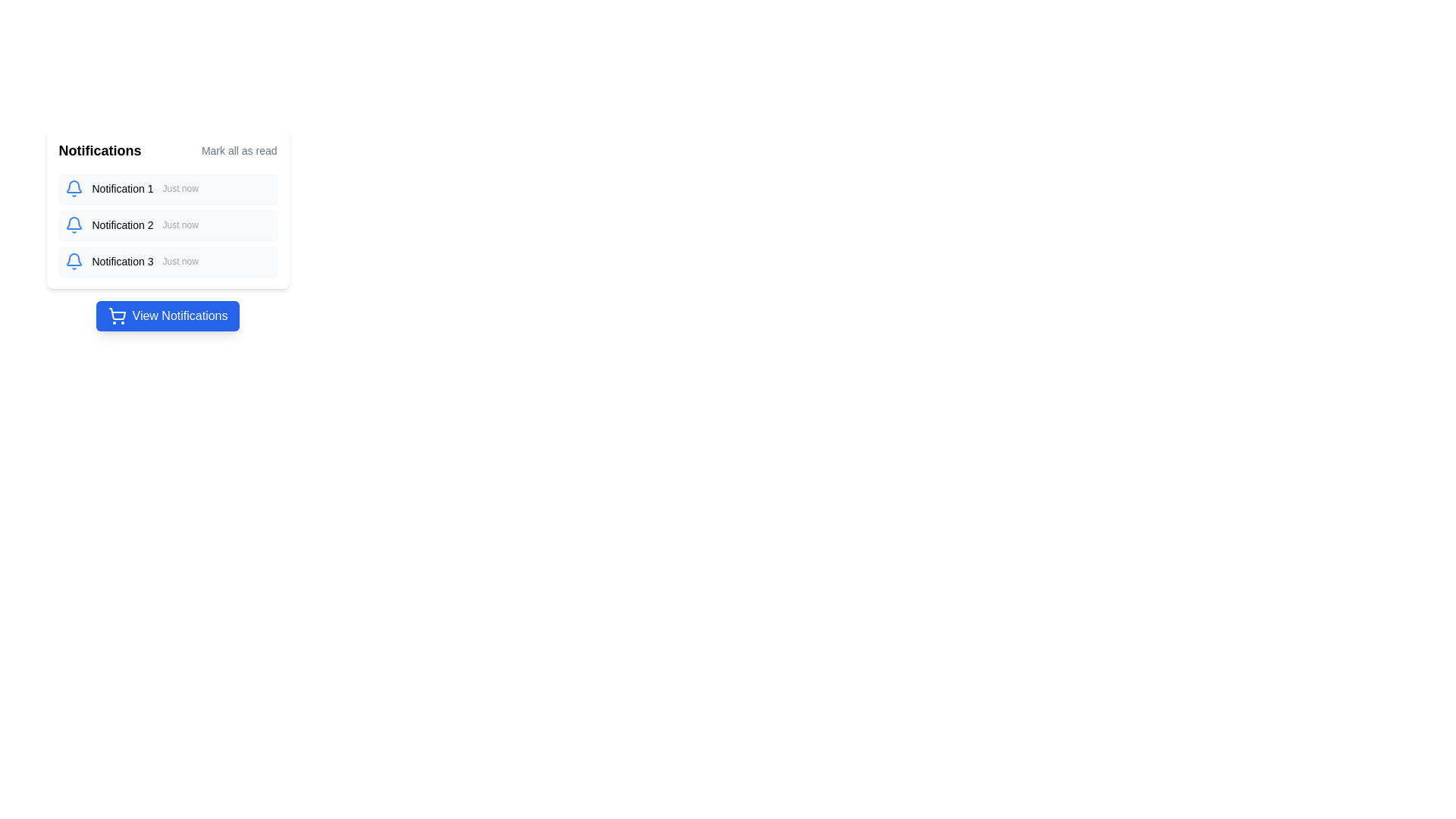  What do you see at coordinates (168, 225) in the screenshot?
I see `the second notification item` at bounding box center [168, 225].